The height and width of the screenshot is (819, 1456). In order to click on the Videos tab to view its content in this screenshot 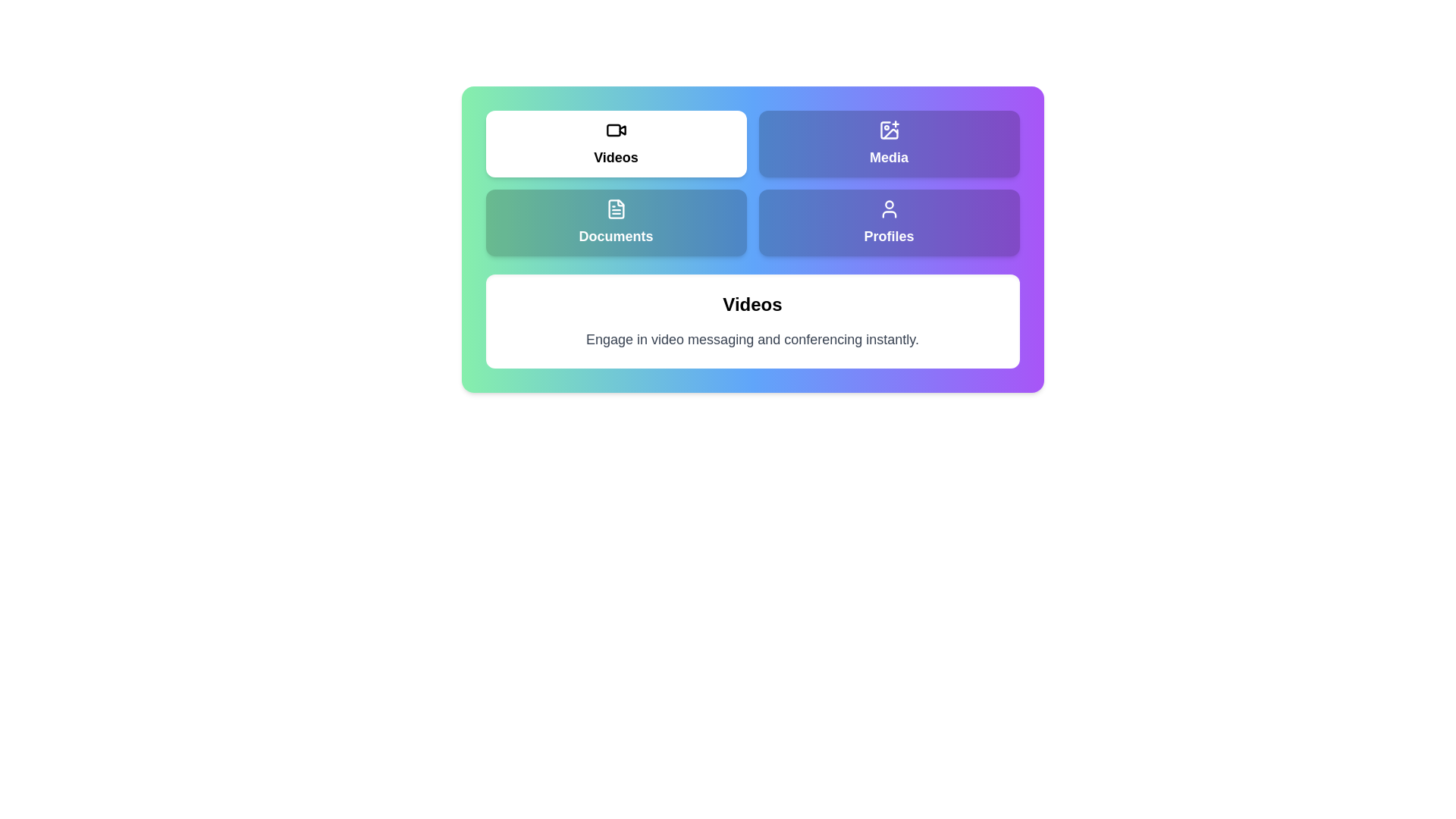, I will do `click(616, 143)`.